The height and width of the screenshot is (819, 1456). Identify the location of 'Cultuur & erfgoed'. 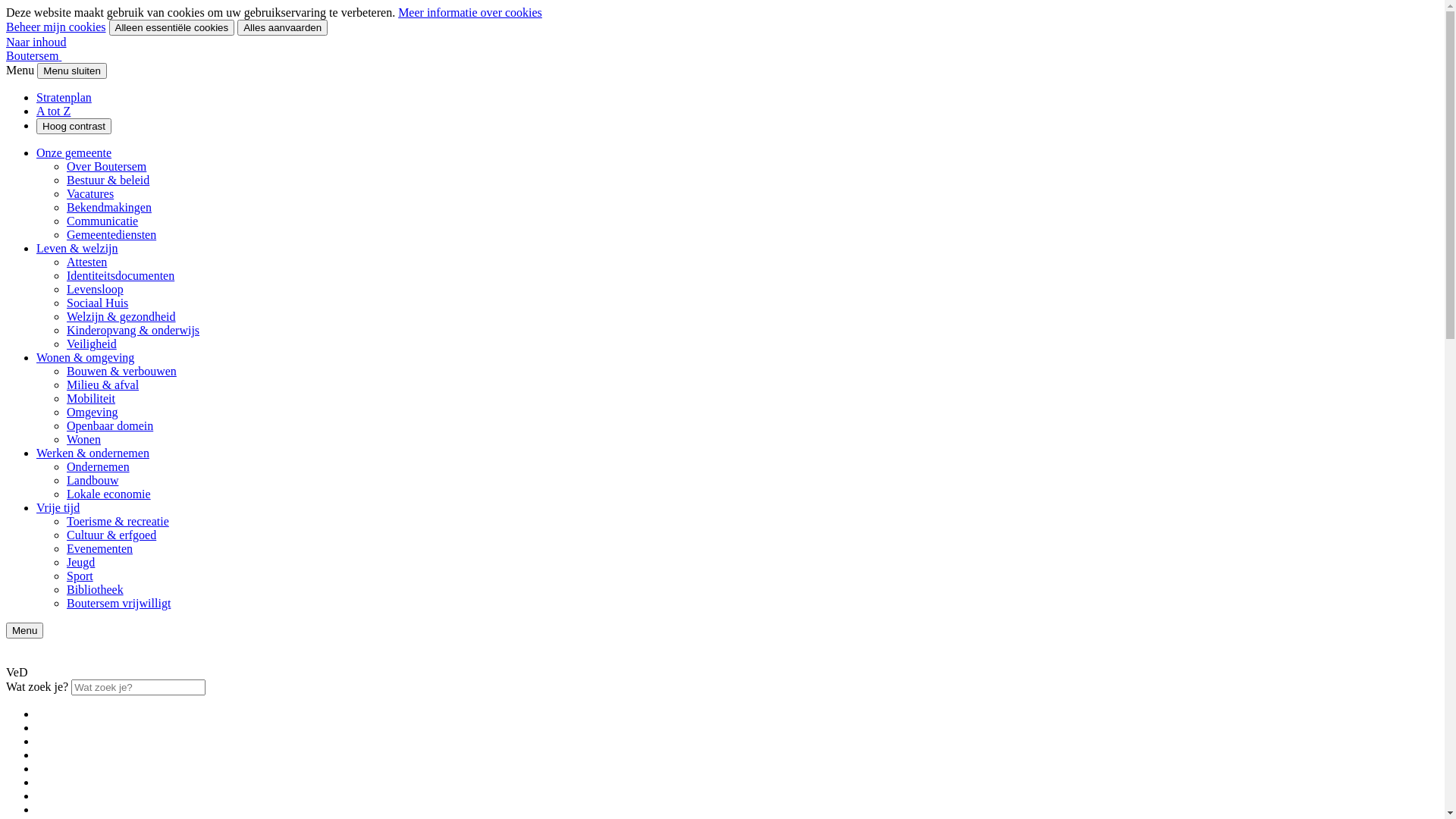
(111, 534).